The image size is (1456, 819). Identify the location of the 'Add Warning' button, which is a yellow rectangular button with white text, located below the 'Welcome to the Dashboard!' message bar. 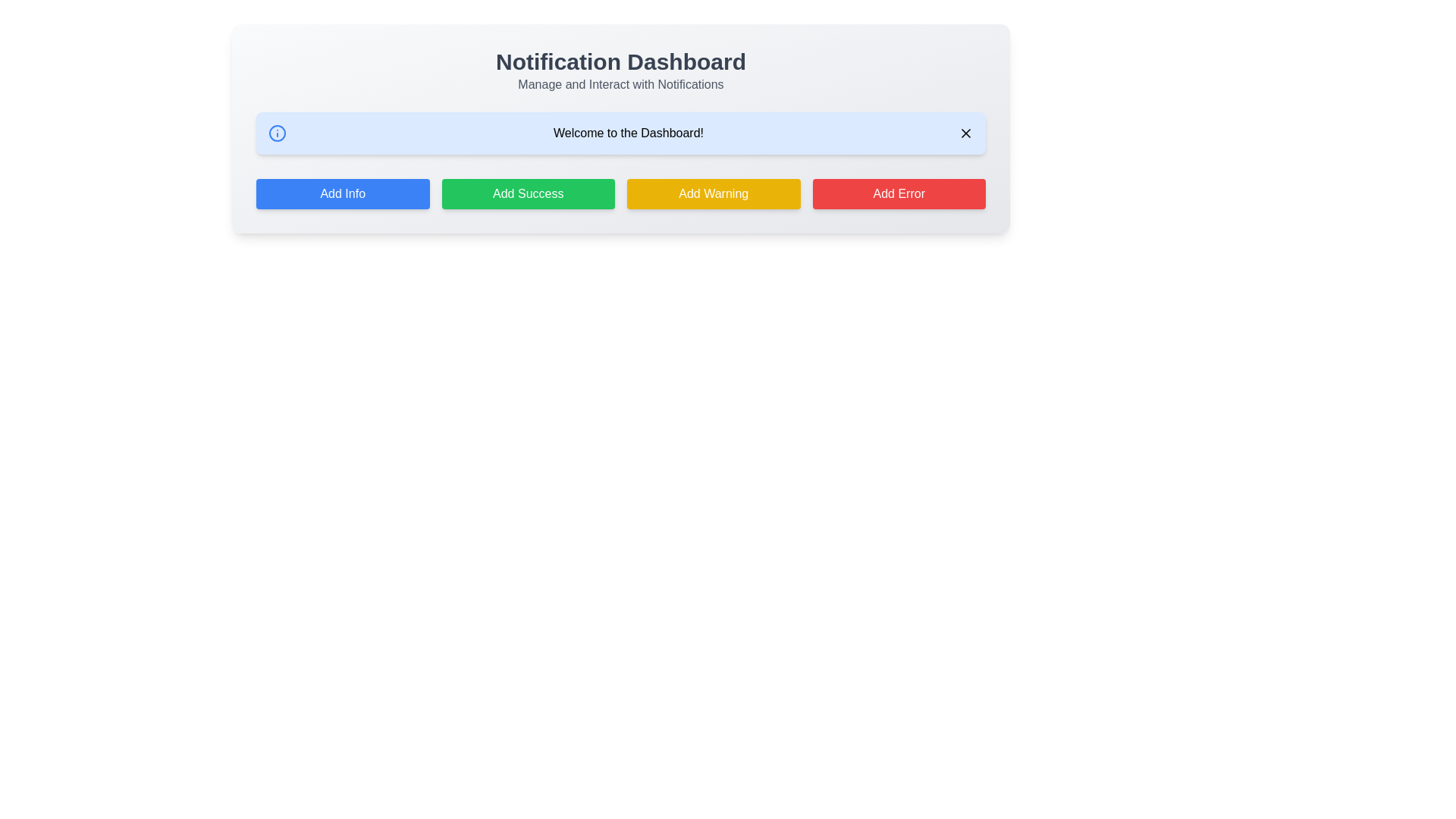
(713, 193).